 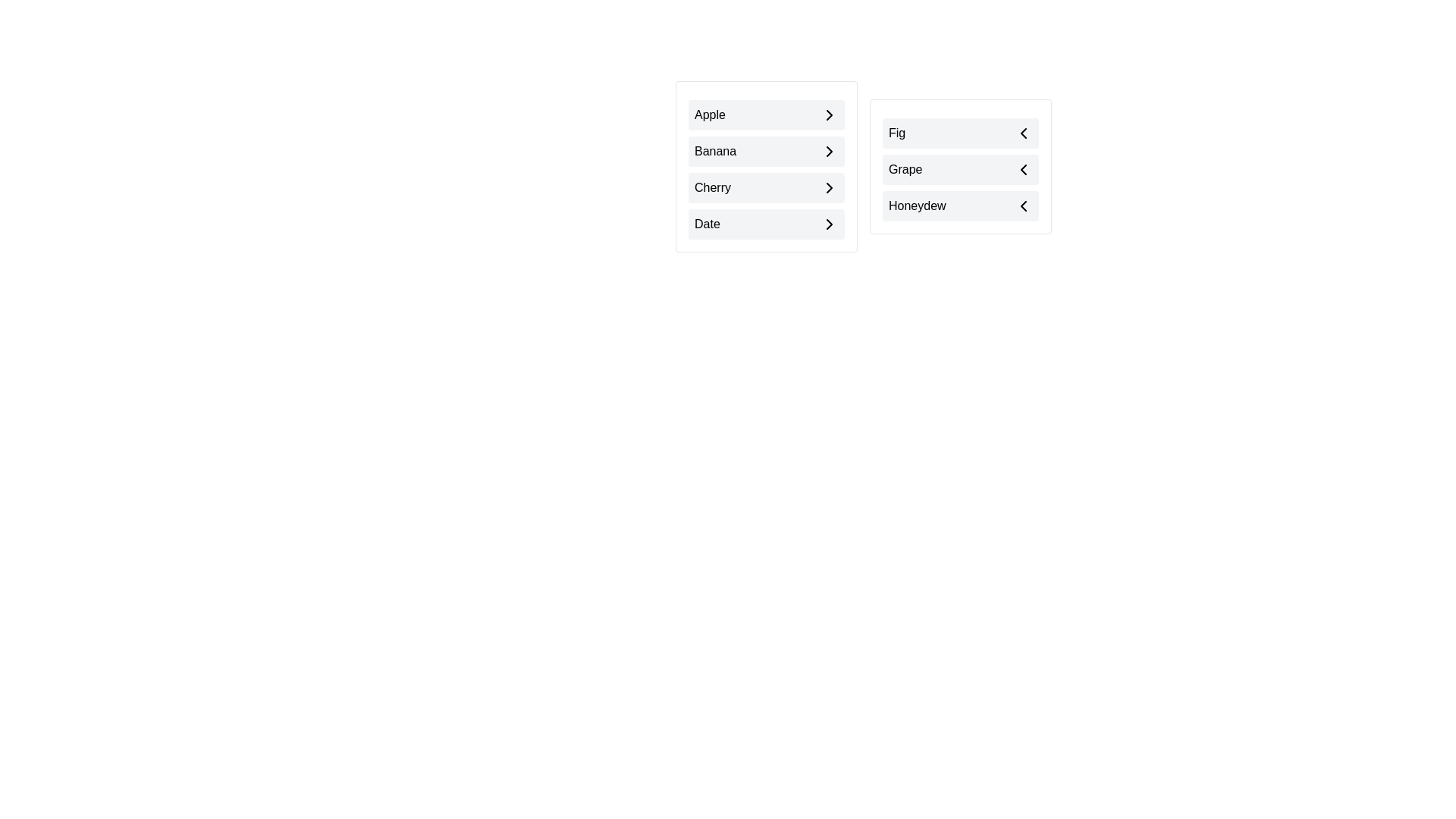 I want to click on the item Date in the list, so click(x=767, y=224).